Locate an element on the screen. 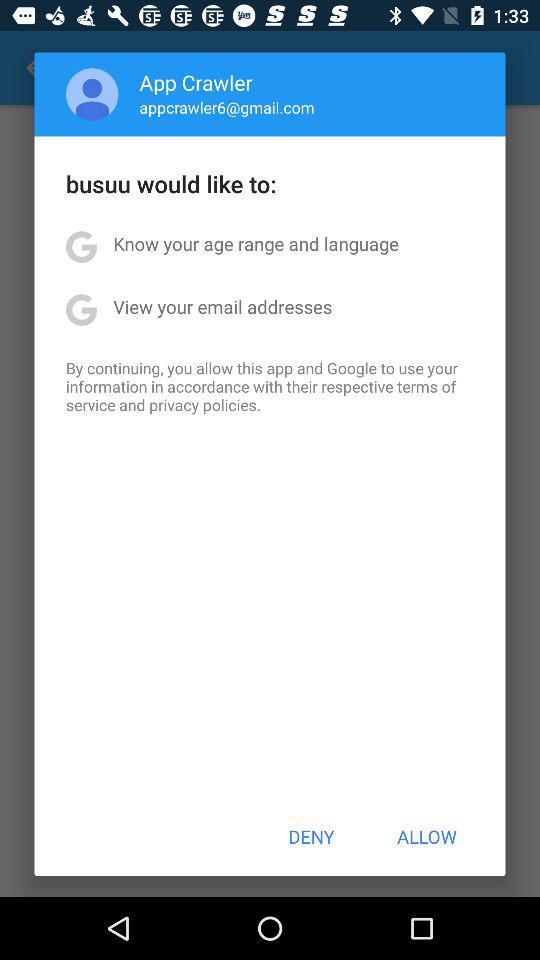 The image size is (540, 960). appcrawler6@gmail.com is located at coordinates (226, 107).